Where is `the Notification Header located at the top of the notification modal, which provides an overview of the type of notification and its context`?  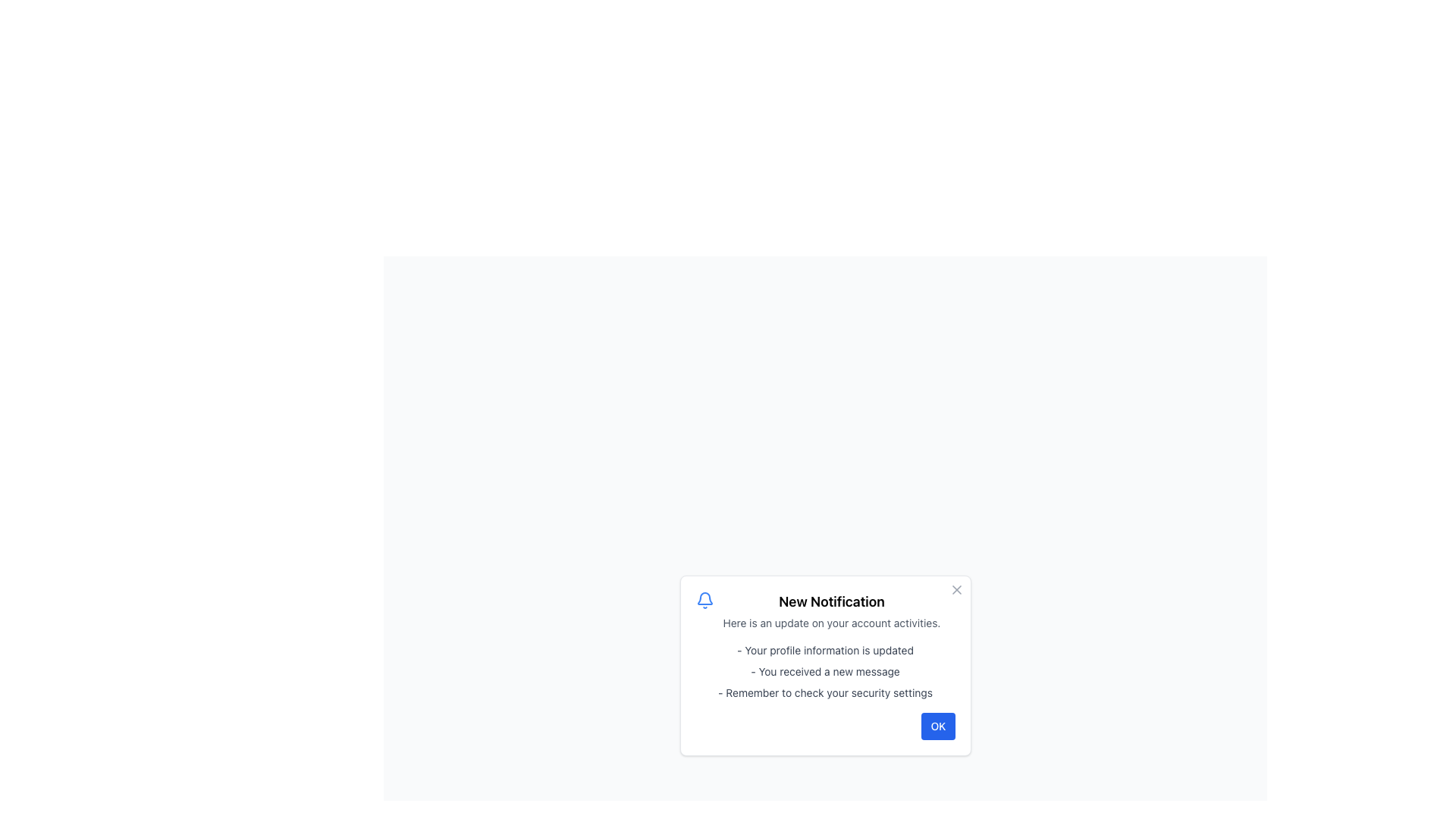 the Notification Header located at the top of the notification modal, which provides an overview of the type of notification and its context is located at coordinates (824, 610).